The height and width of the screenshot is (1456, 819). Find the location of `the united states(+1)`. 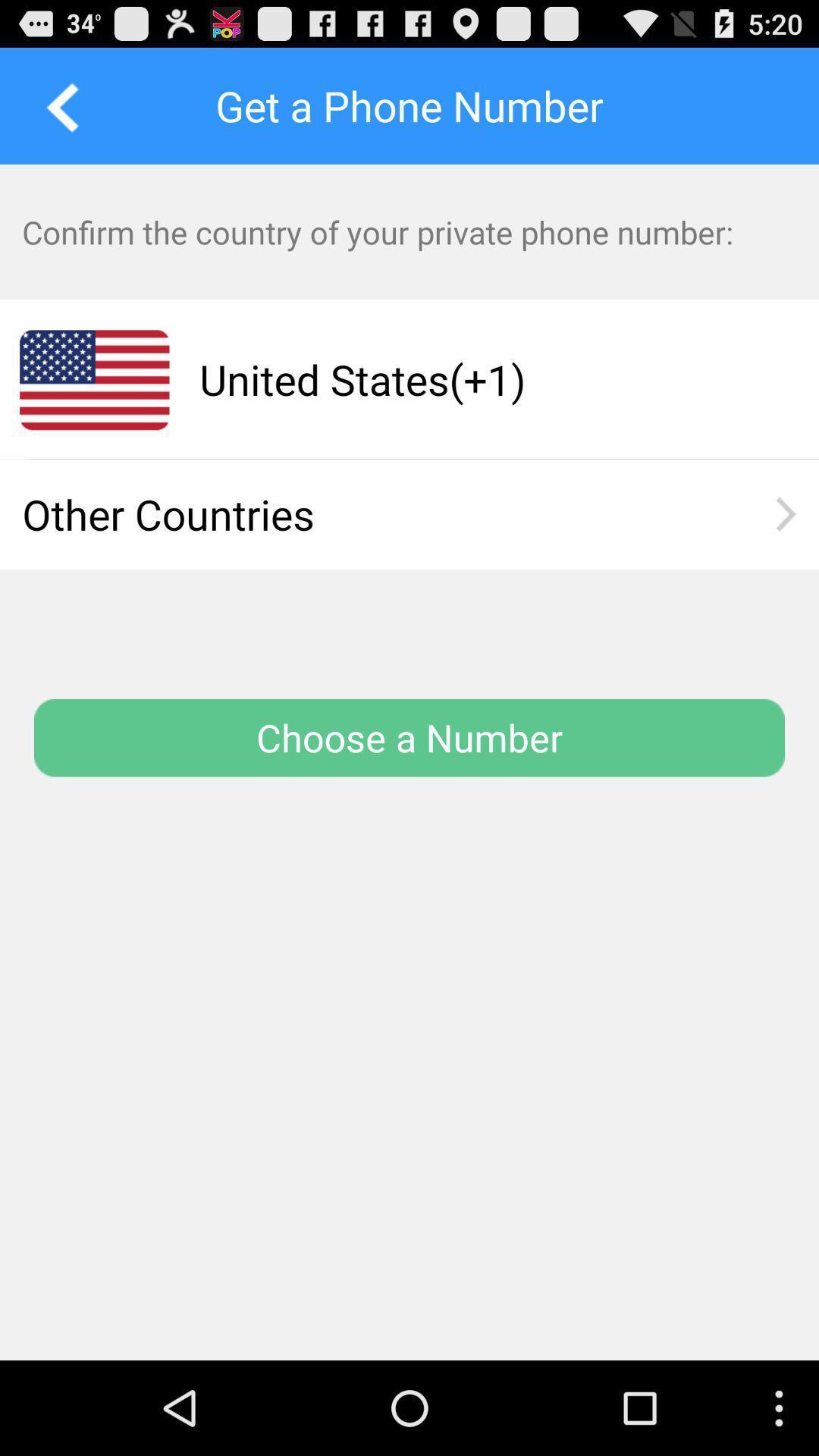

the united states(+1) is located at coordinates (480, 379).